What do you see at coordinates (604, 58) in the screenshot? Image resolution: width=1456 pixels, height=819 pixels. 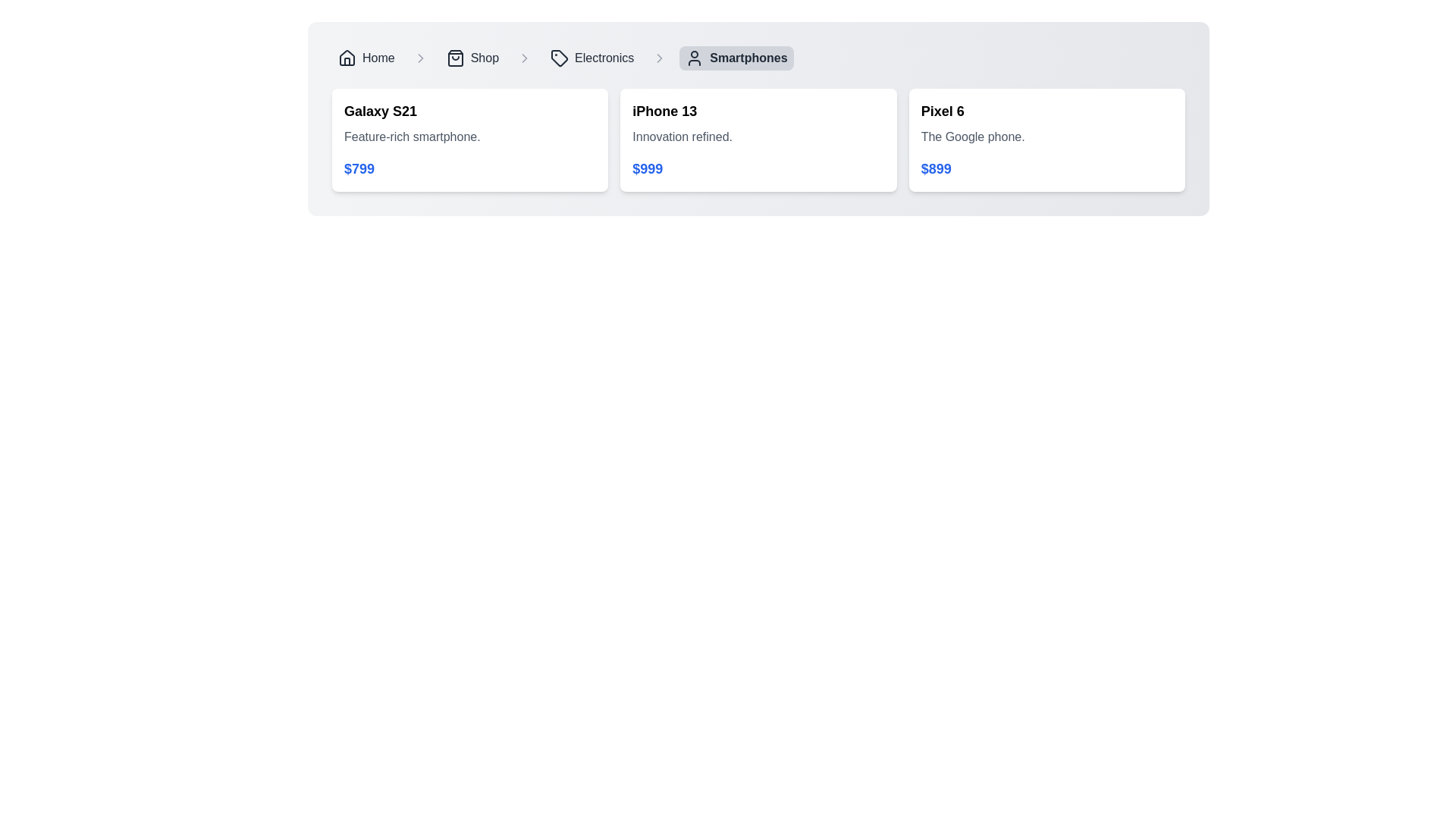 I see `the breadcrumb text label for 'Electronics'` at bounding box center [604, 58].